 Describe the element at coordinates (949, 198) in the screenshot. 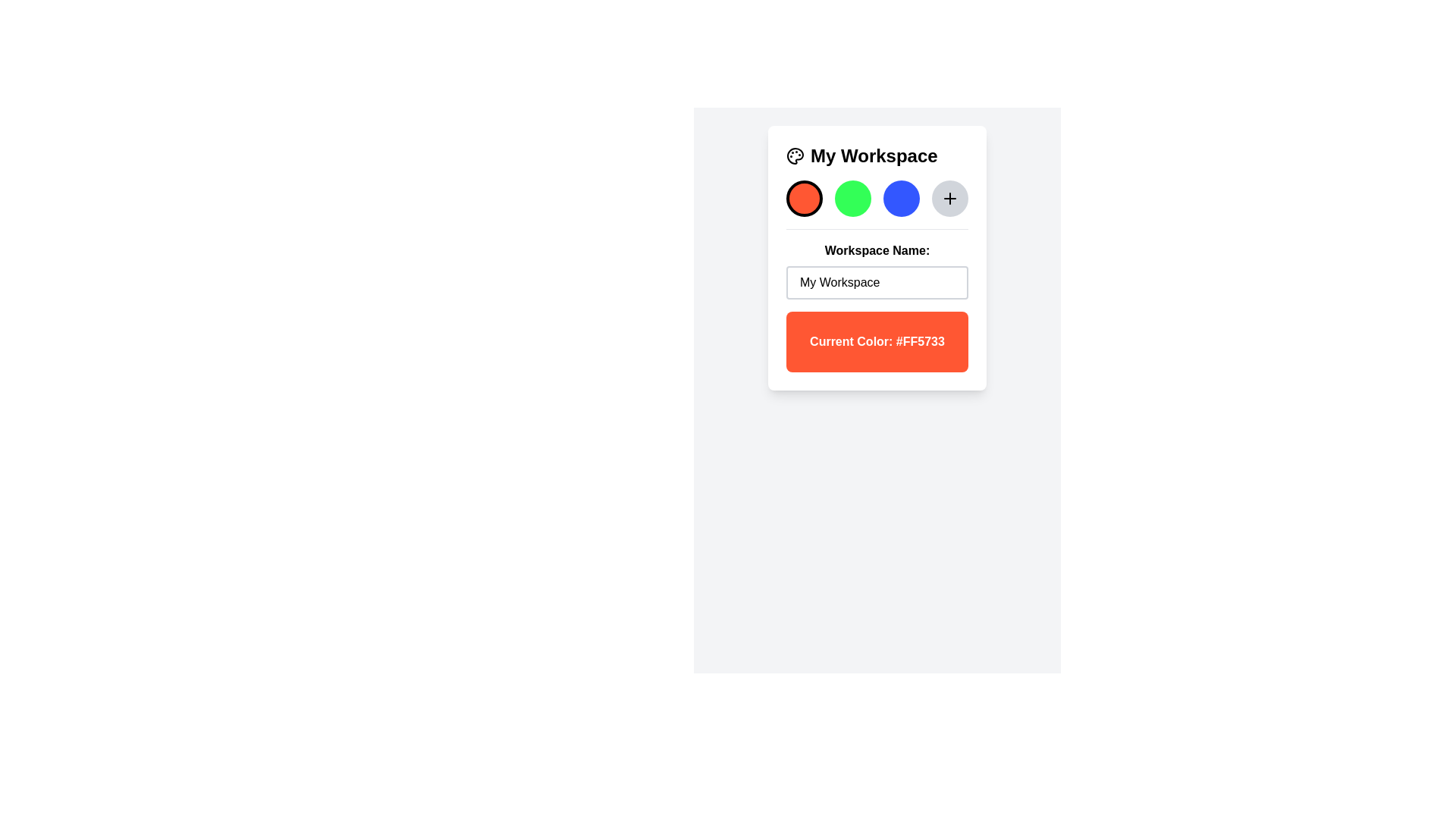

I see `the fourth button in a horizontal arrangement of four circles` at that location.